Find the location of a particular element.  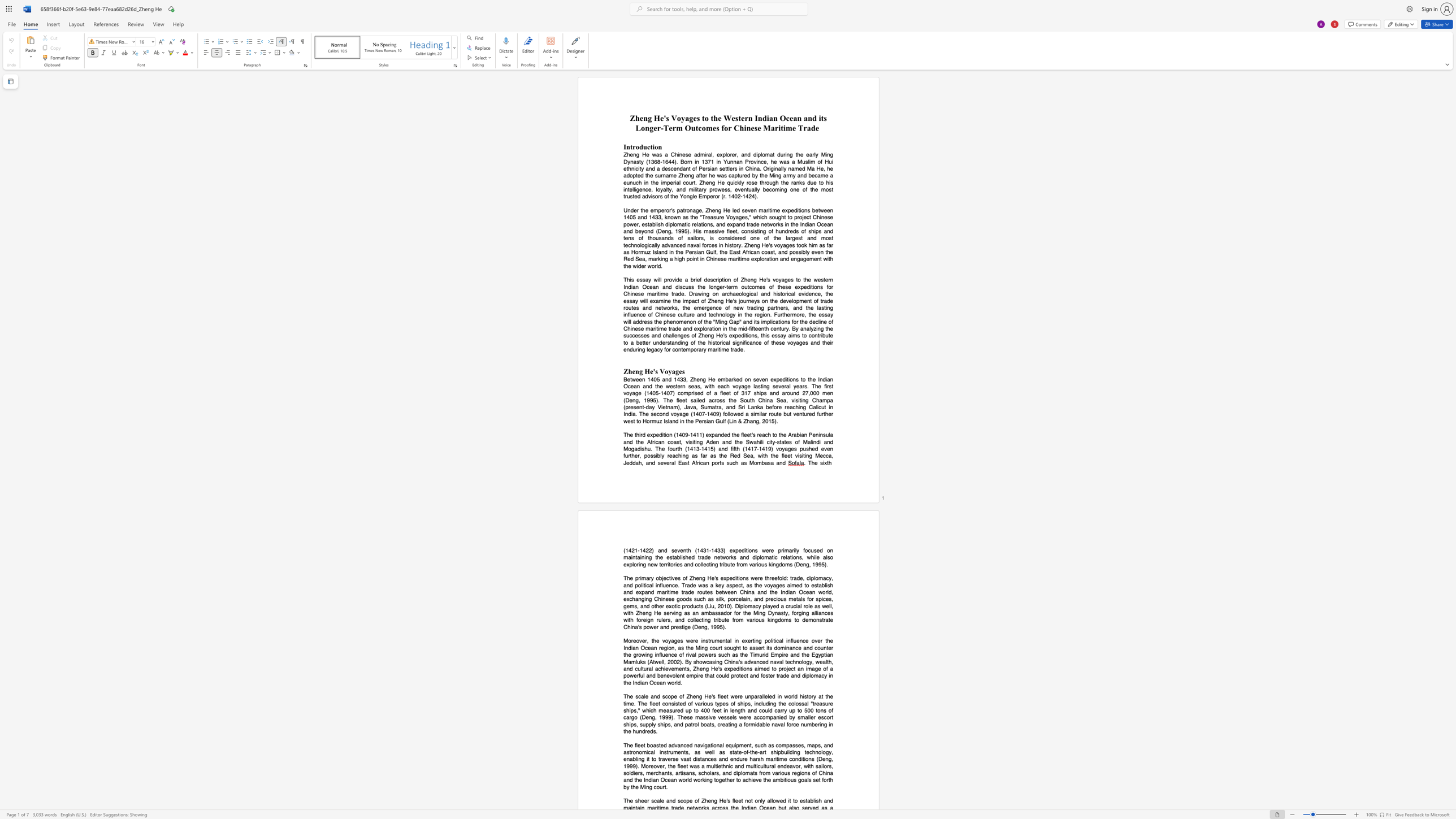

the subset text ", 1995)." within the text "China" is located at coordinates (707, 626).